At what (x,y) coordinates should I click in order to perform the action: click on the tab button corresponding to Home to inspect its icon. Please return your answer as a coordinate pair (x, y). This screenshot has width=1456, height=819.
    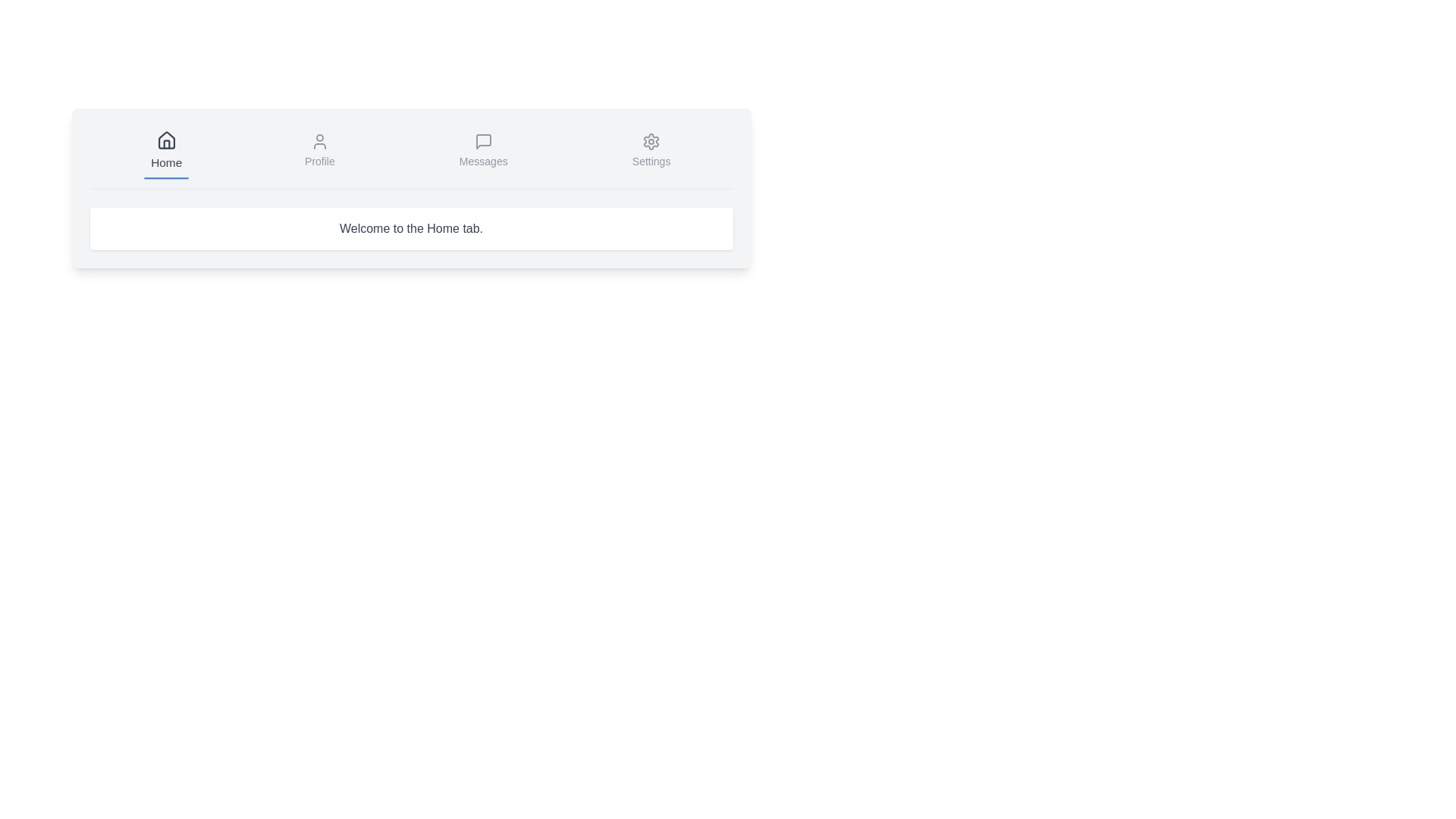
    Looking at the image, I should click on (166, 152).